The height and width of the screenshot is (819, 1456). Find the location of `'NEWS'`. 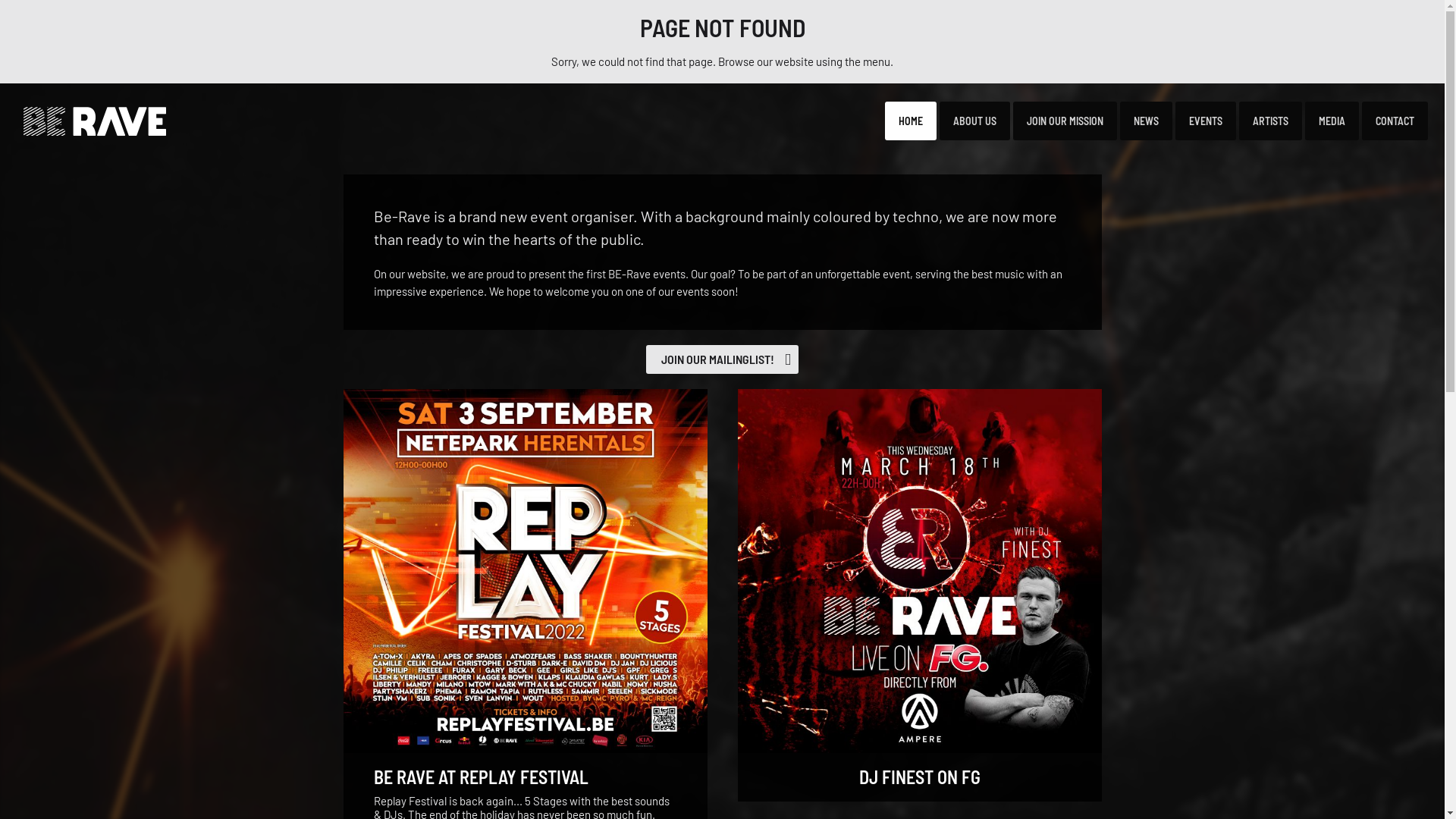

'NEWS' is located at coordinates (1146, 120).